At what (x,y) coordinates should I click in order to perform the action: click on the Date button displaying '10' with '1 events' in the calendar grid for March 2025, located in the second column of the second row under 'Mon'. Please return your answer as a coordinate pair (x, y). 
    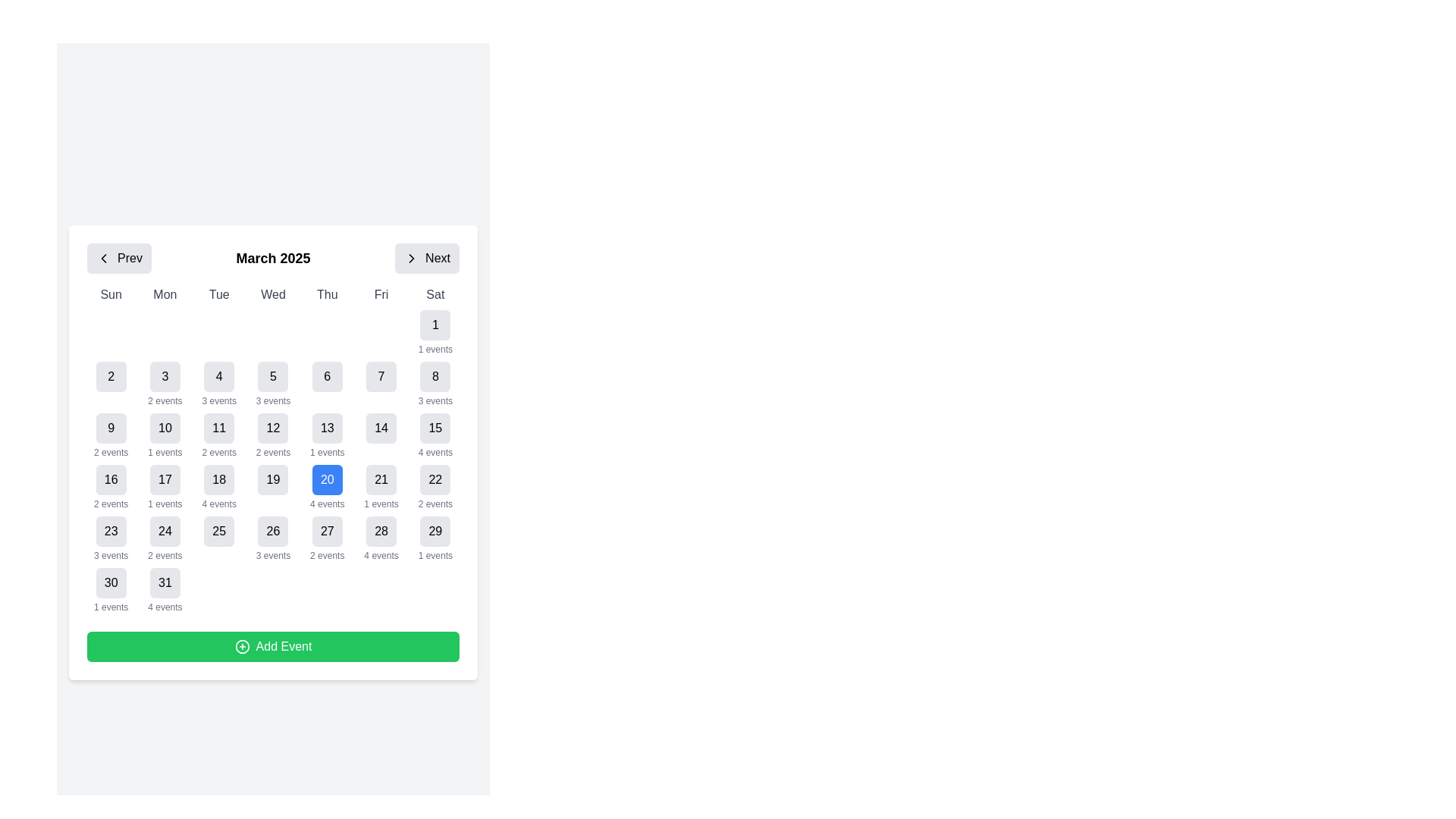
    Looking at the image, I should click on (165, 435).